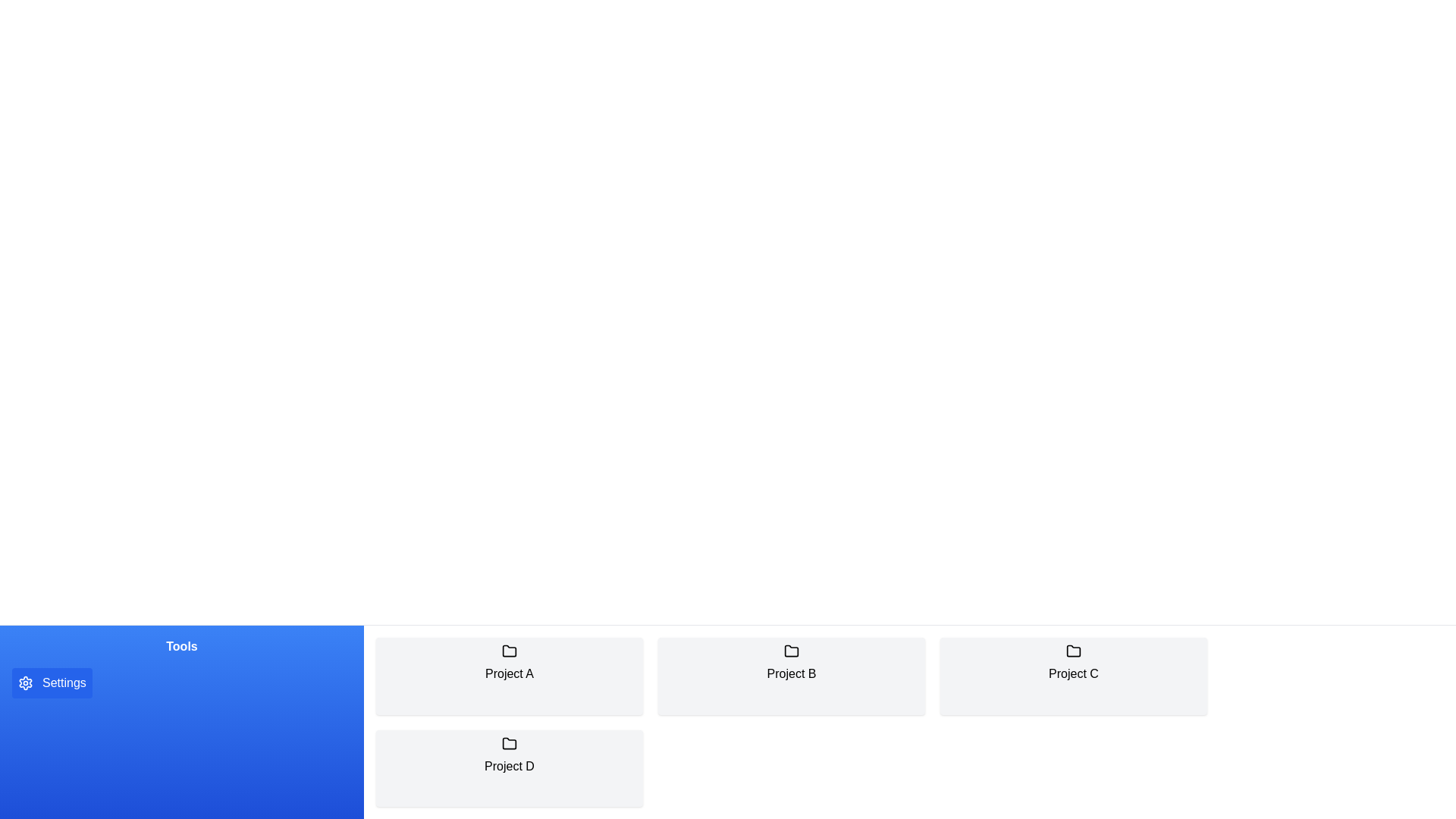 This screenshot has width=1456, height=819. Describe the element at coordinates (510, 649) in the screenshot. I see `the folder-shaped icon representing 'Project A' located above its label in the interface` at that location.